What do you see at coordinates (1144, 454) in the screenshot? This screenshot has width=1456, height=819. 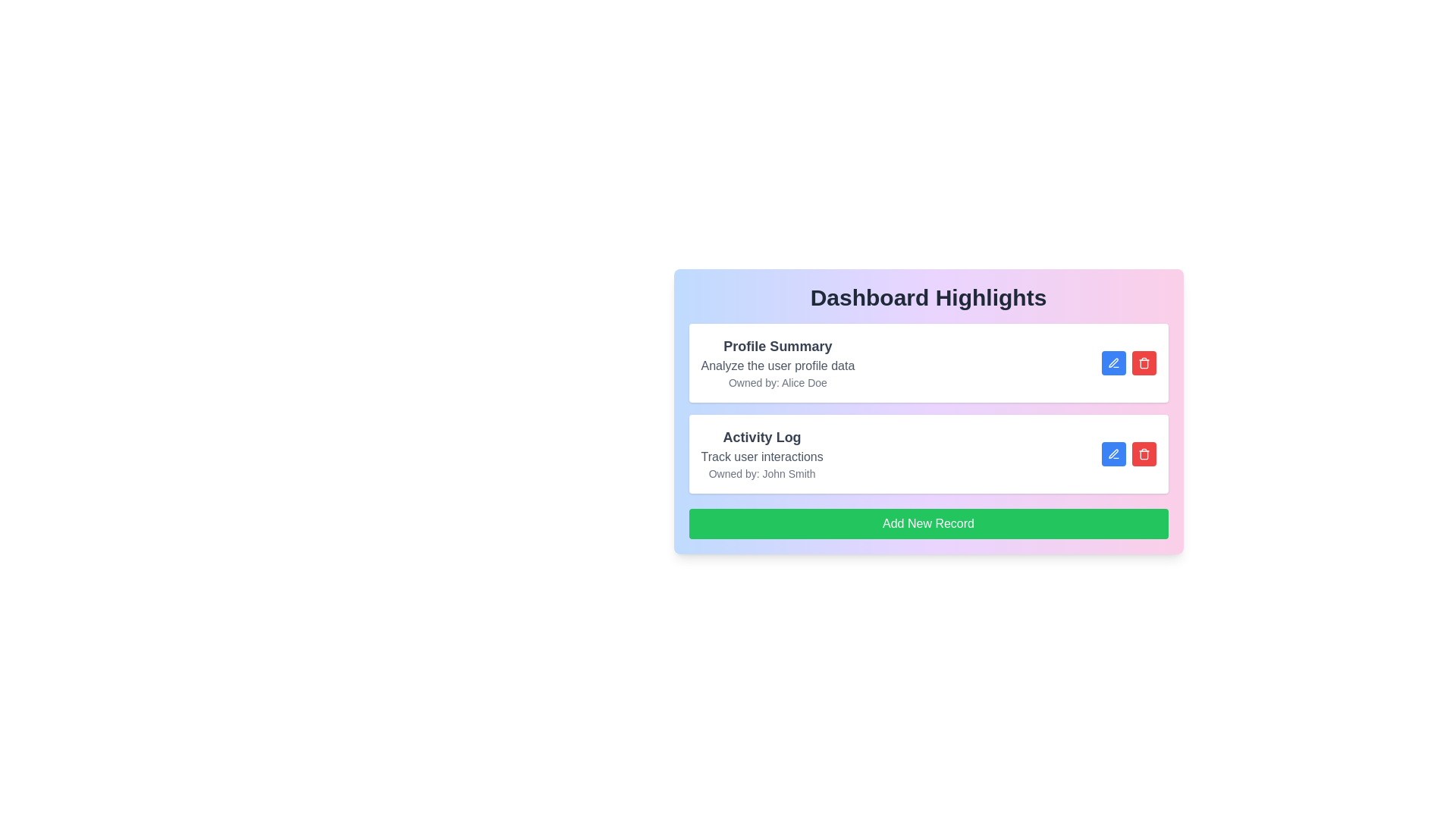 I see `the middle part of the trash can icon located in the bottom-right corner of the 'Activity Log' card under 'Dashboard Highlights'` at bounding box center [1144, 454].